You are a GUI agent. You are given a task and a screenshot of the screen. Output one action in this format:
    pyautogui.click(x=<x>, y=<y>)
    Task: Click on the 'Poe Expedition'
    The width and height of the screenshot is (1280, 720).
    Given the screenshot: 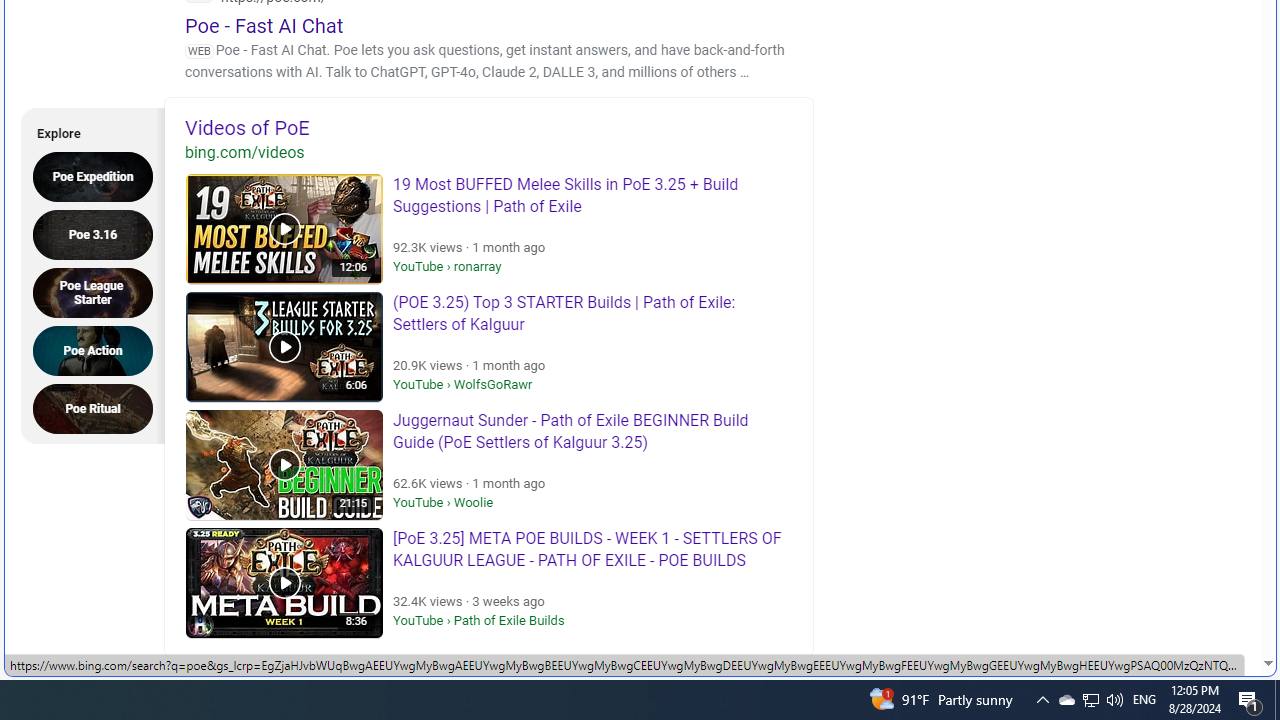 What is the action you would take?
    pyautogui.click(x=98, y=175)
    